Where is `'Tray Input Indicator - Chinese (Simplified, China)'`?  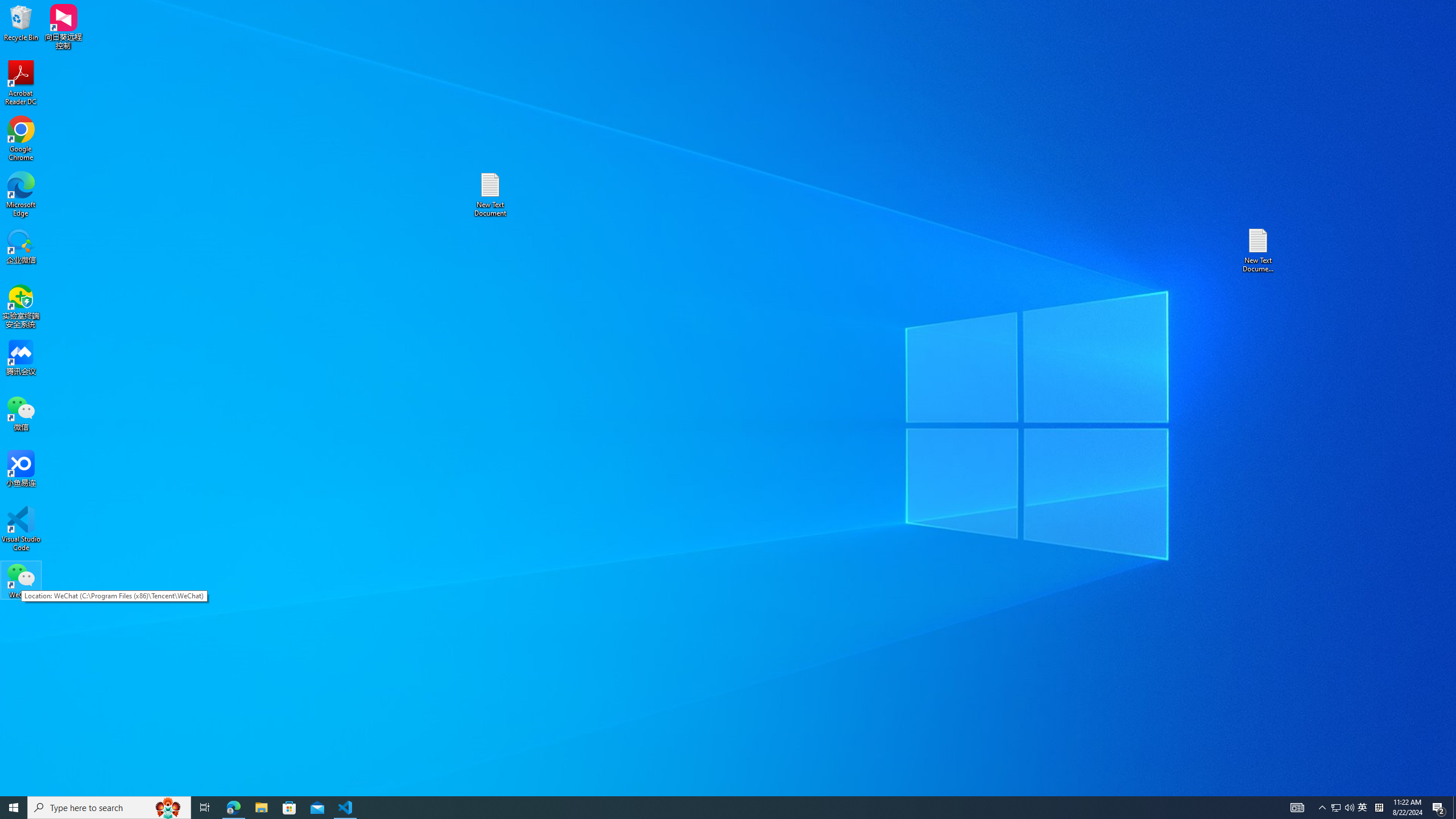
'Tray Input Indicator - Chinese (Simplified, China)' is located at coordinates (1379, 806).